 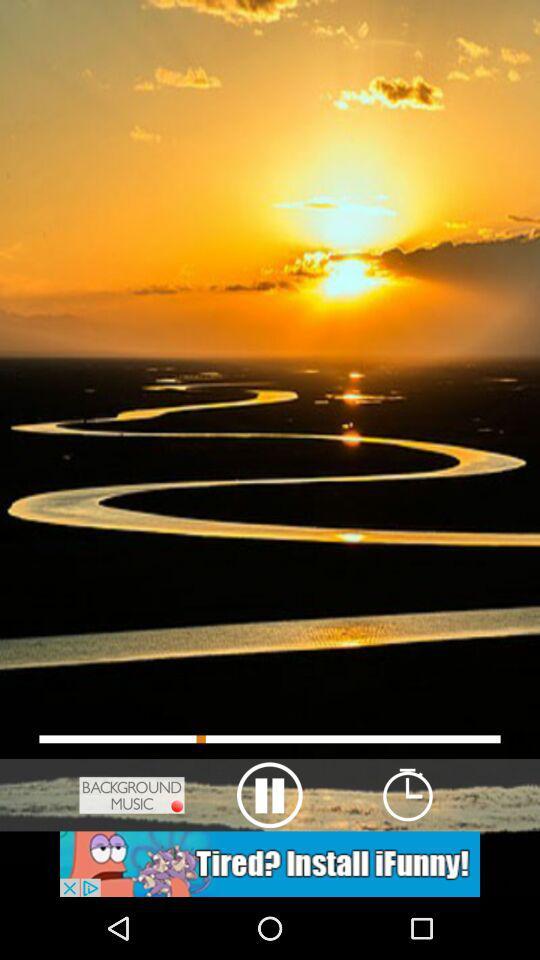 What do you see at coordinates (270, 863) in the screenshot?
I see `autoplay option` at bounding box center [270, 863].